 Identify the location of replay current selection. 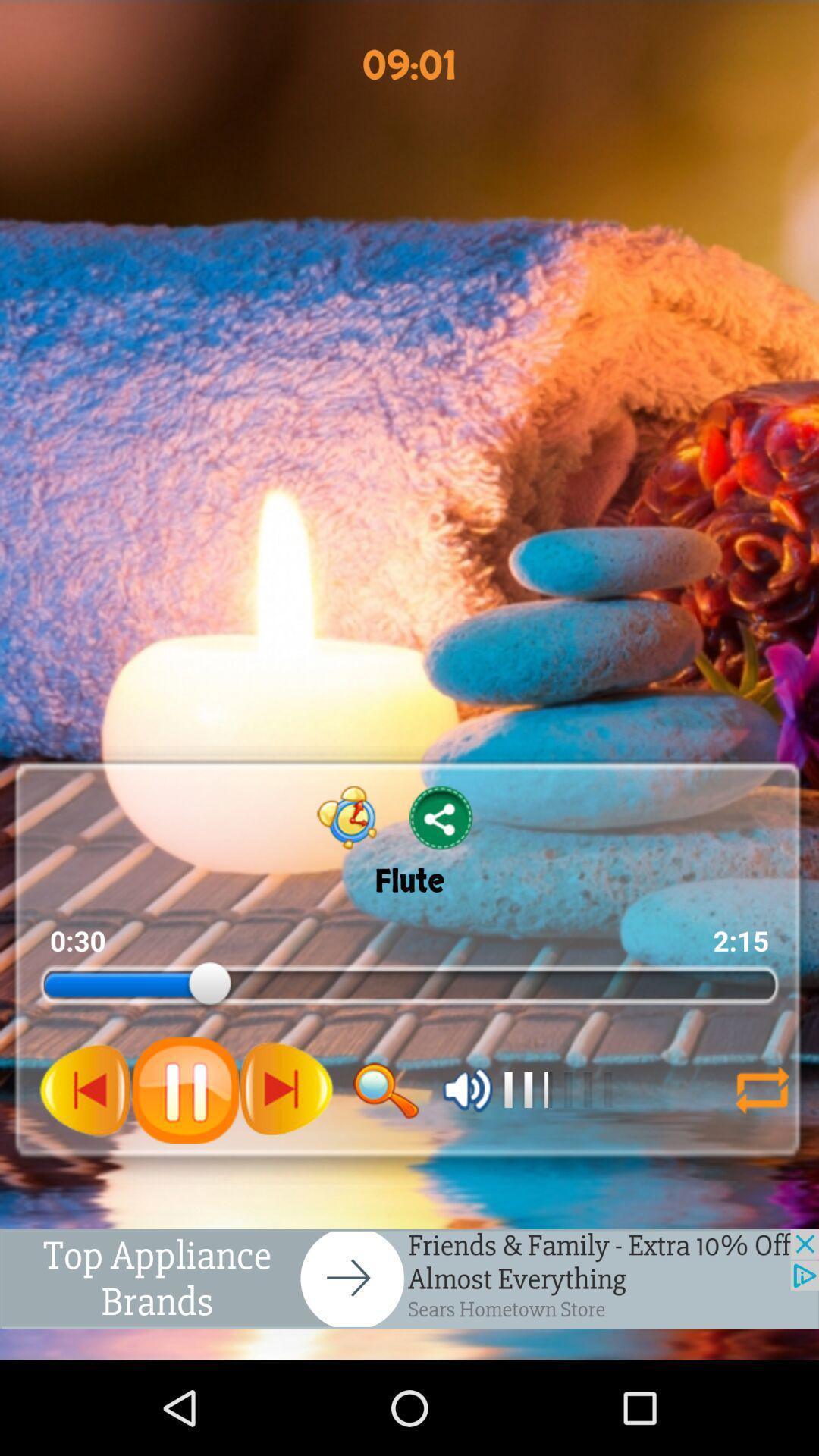
(762, 1089).